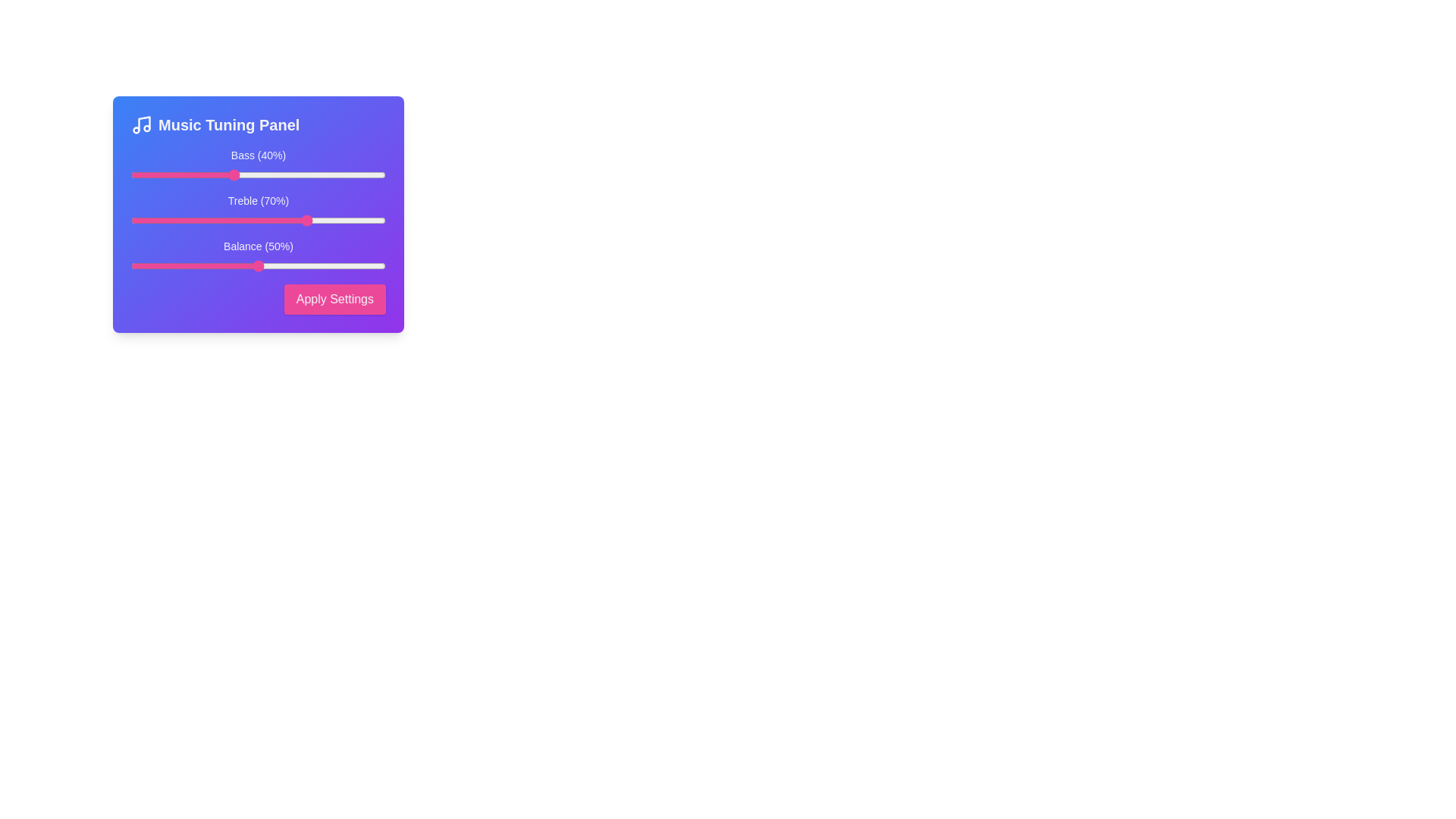  Describe the element at coordinates (352, 265) in the screenshot. I see `the balance slider to 87%` at that location.